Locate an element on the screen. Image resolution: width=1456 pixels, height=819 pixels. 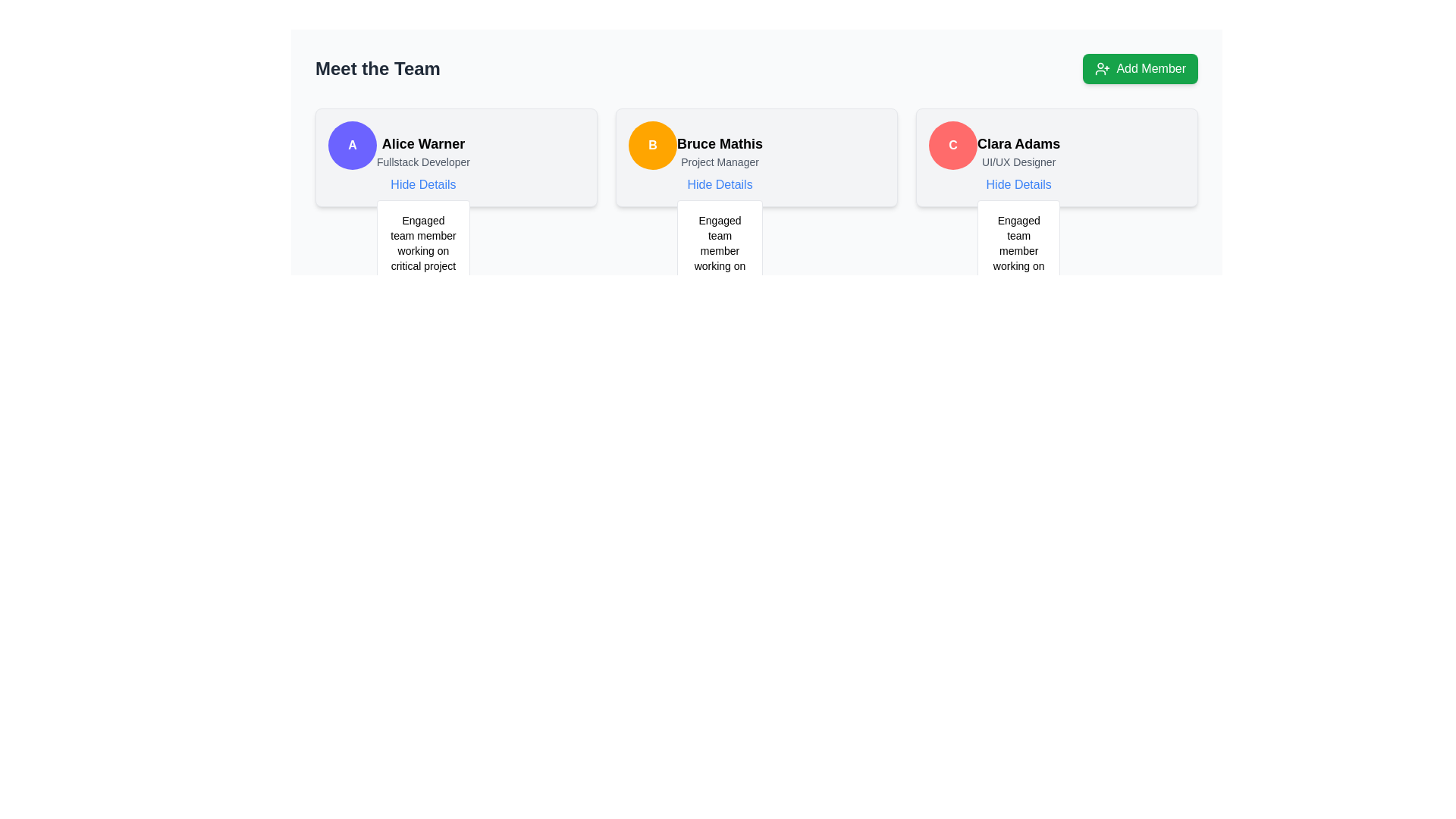
the text heading 'Alice Warner' located at the top of the team member profile card, positioned above the text 'Fullstack Developer' is located at coordinates (423, 143).